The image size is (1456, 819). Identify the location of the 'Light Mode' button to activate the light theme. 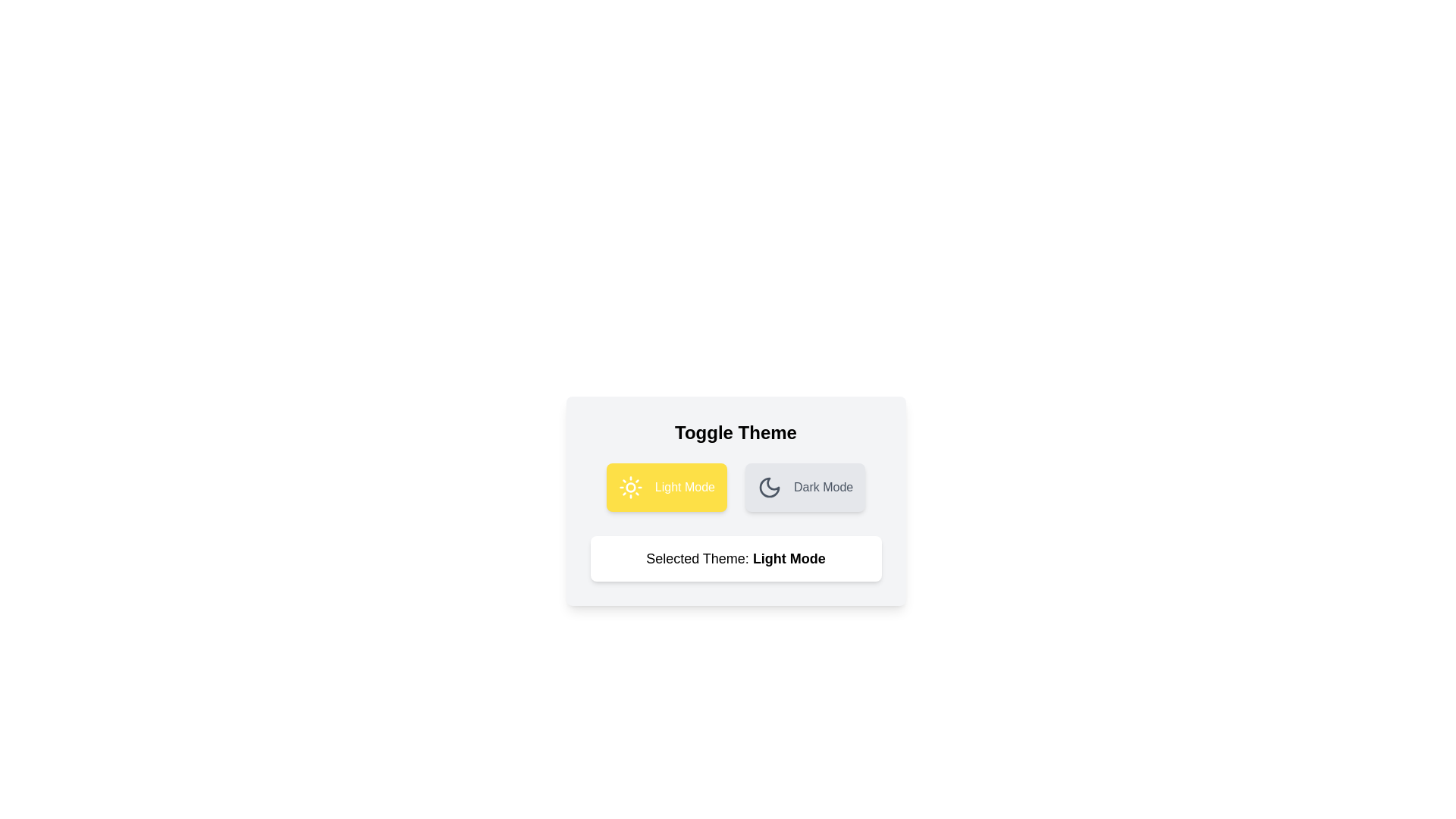
(666, 488).